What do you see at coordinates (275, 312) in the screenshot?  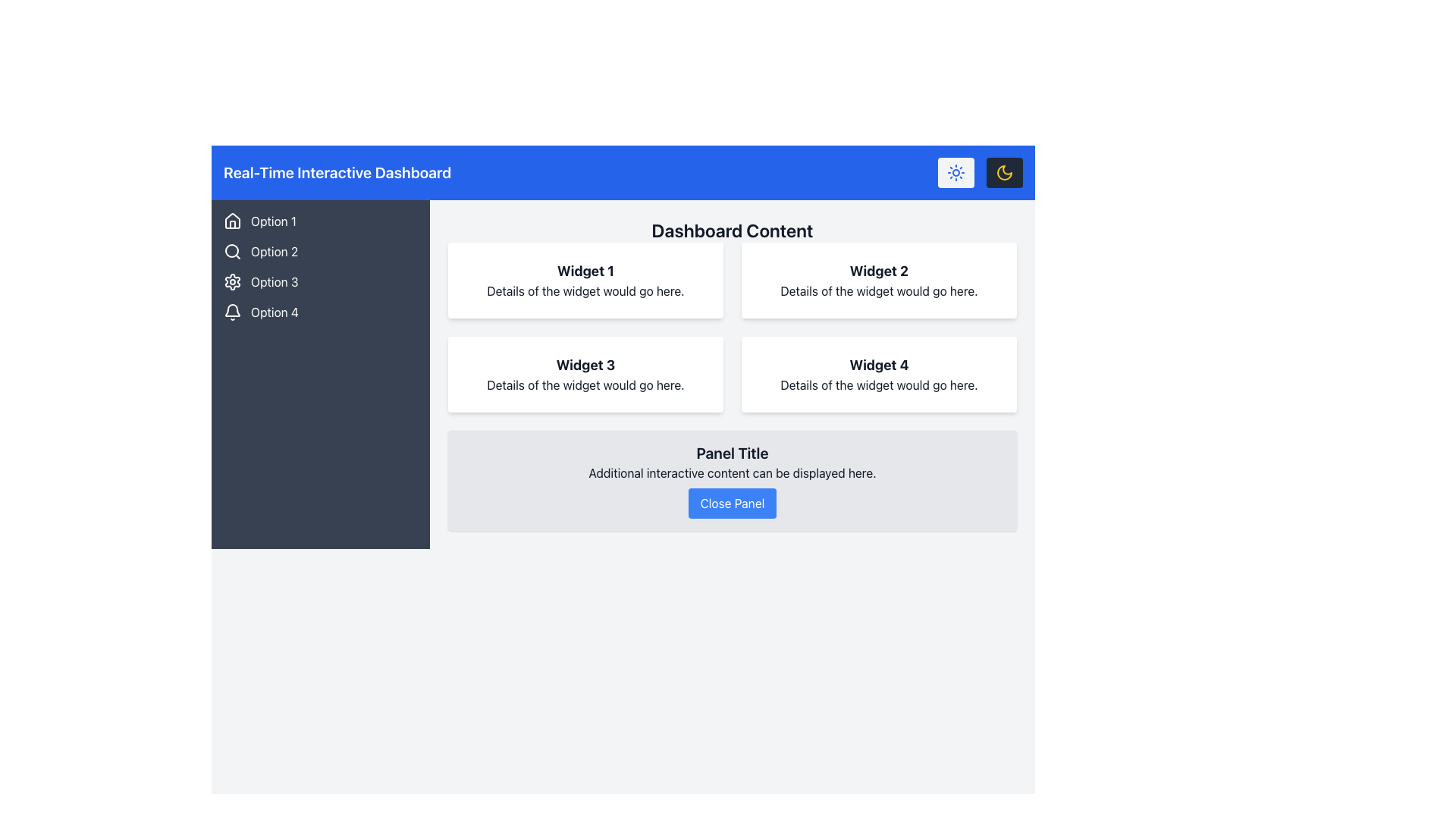 I see `the 'Option 4' text label located in the vertical navigation menu` at bounding box center [275, 312].